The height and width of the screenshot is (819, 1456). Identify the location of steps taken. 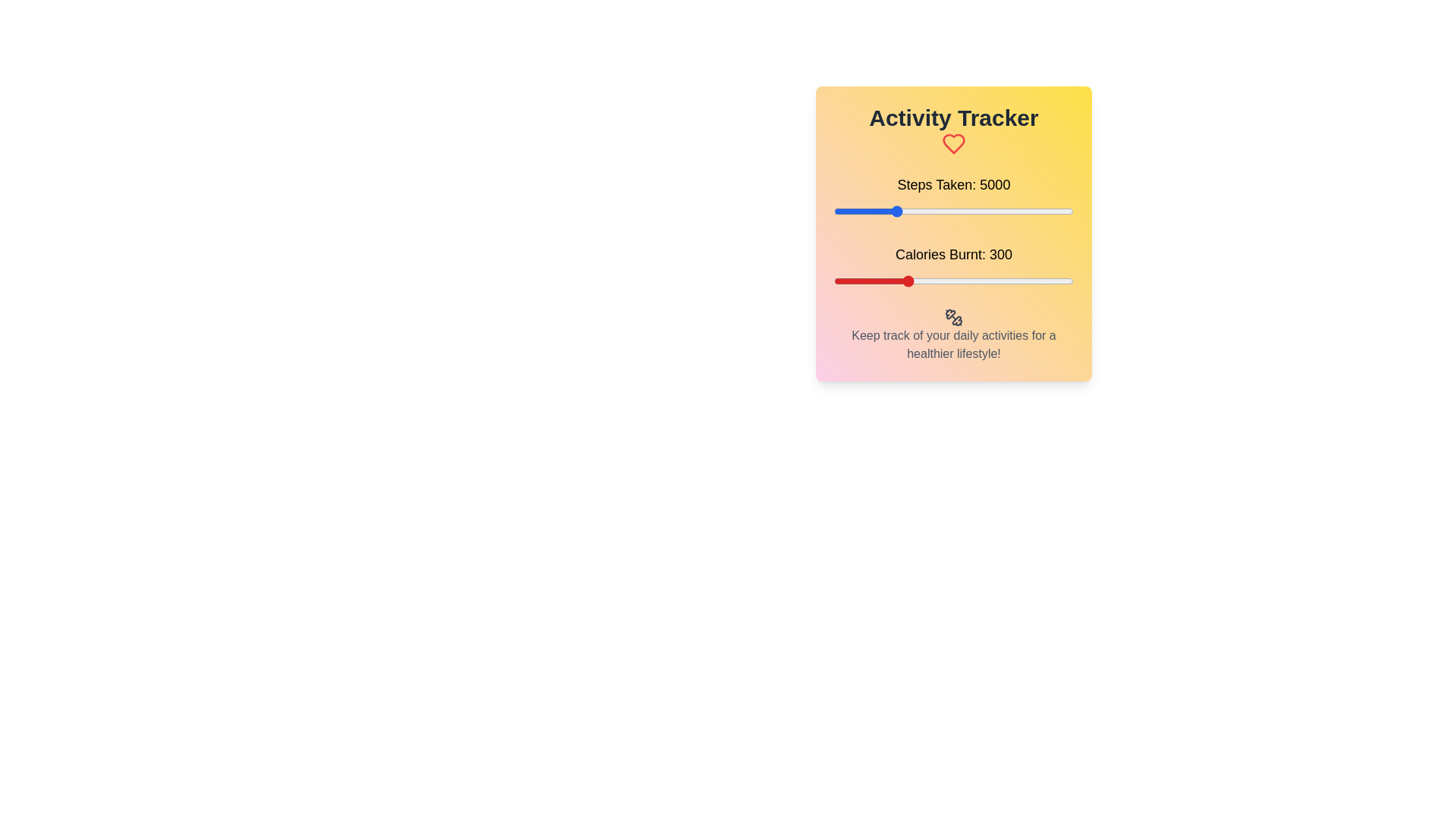
(967, 211).